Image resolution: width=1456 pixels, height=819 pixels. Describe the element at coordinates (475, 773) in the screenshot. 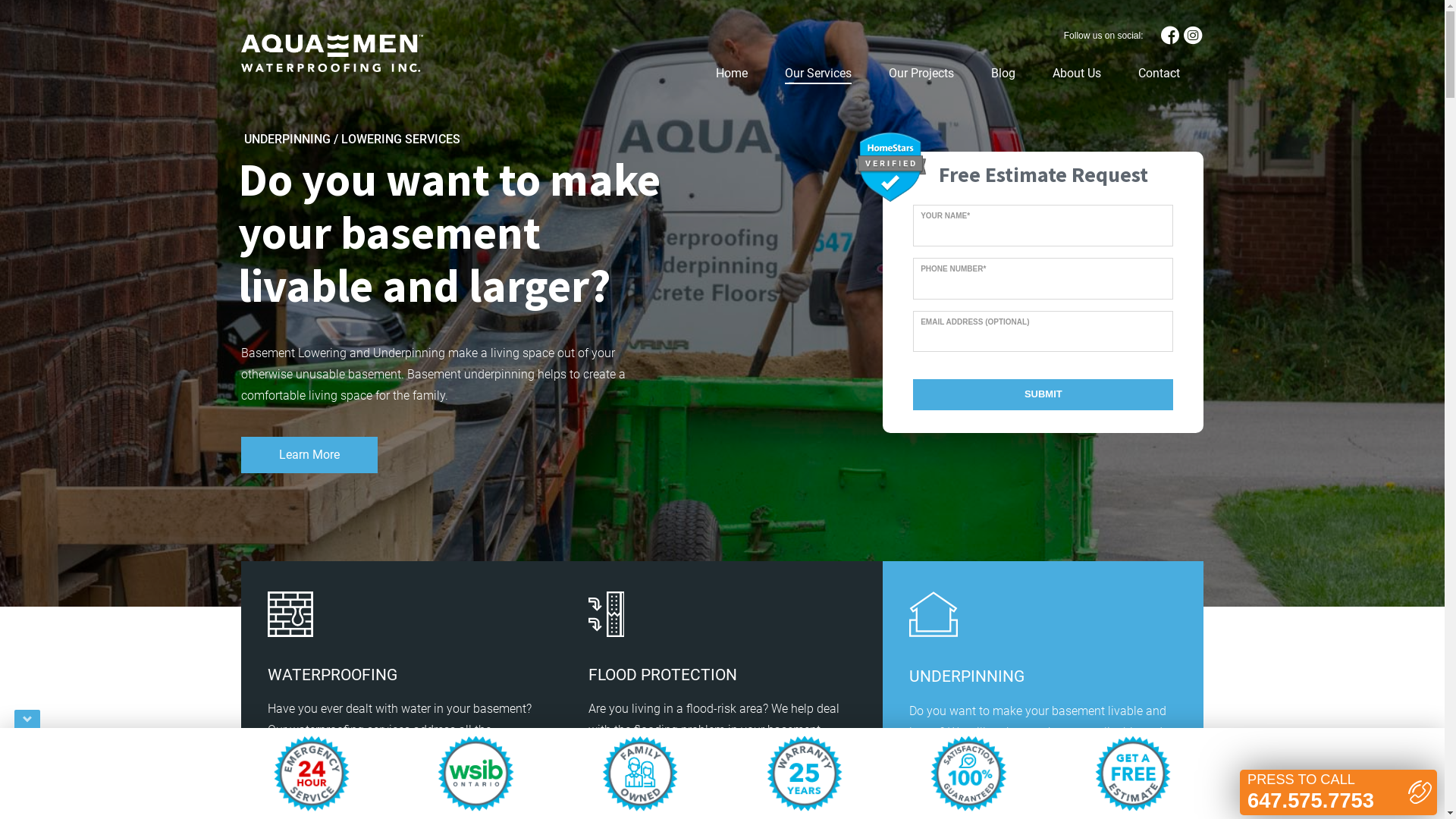

I see `'Aquamen-WSIB'` at that location.